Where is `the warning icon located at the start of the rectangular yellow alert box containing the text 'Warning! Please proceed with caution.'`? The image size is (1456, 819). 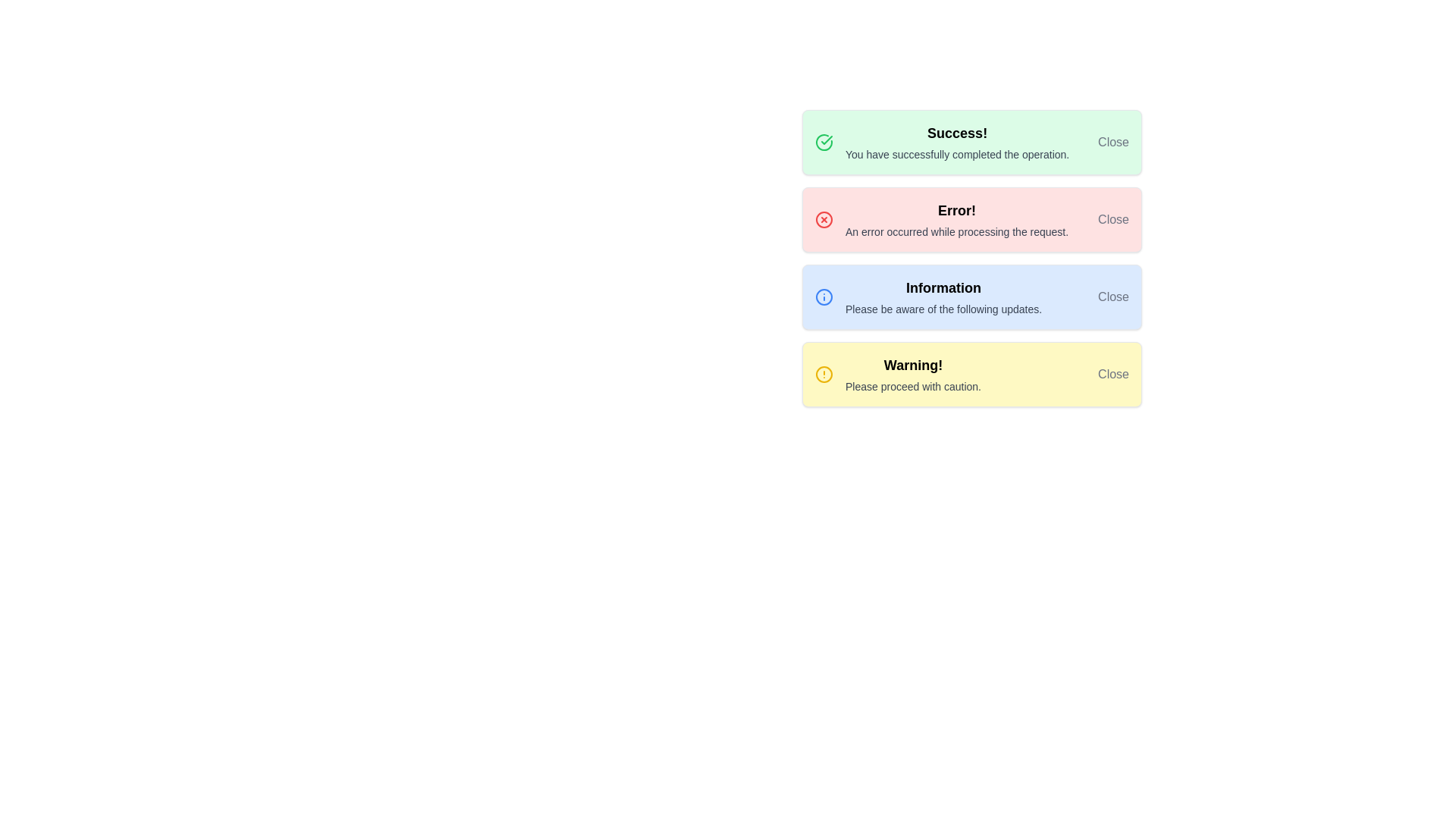 the warning icon located at the start of the rectangular yellow alert box containing the text 'Warning! Please proceed with caution.' is located at coordinates (823, 374).